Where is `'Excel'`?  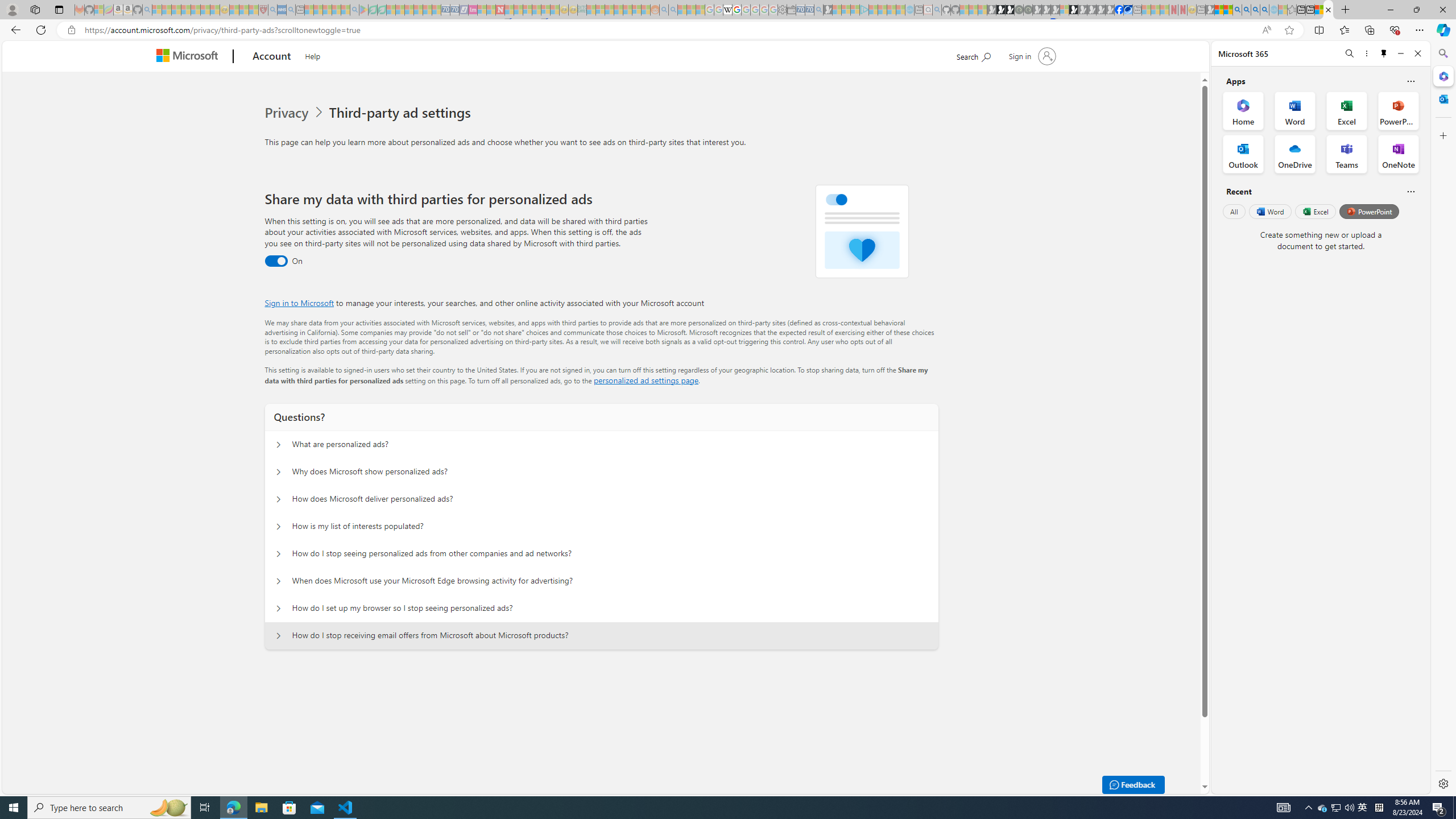 'Excel' is located at coordinates (1314, 211).